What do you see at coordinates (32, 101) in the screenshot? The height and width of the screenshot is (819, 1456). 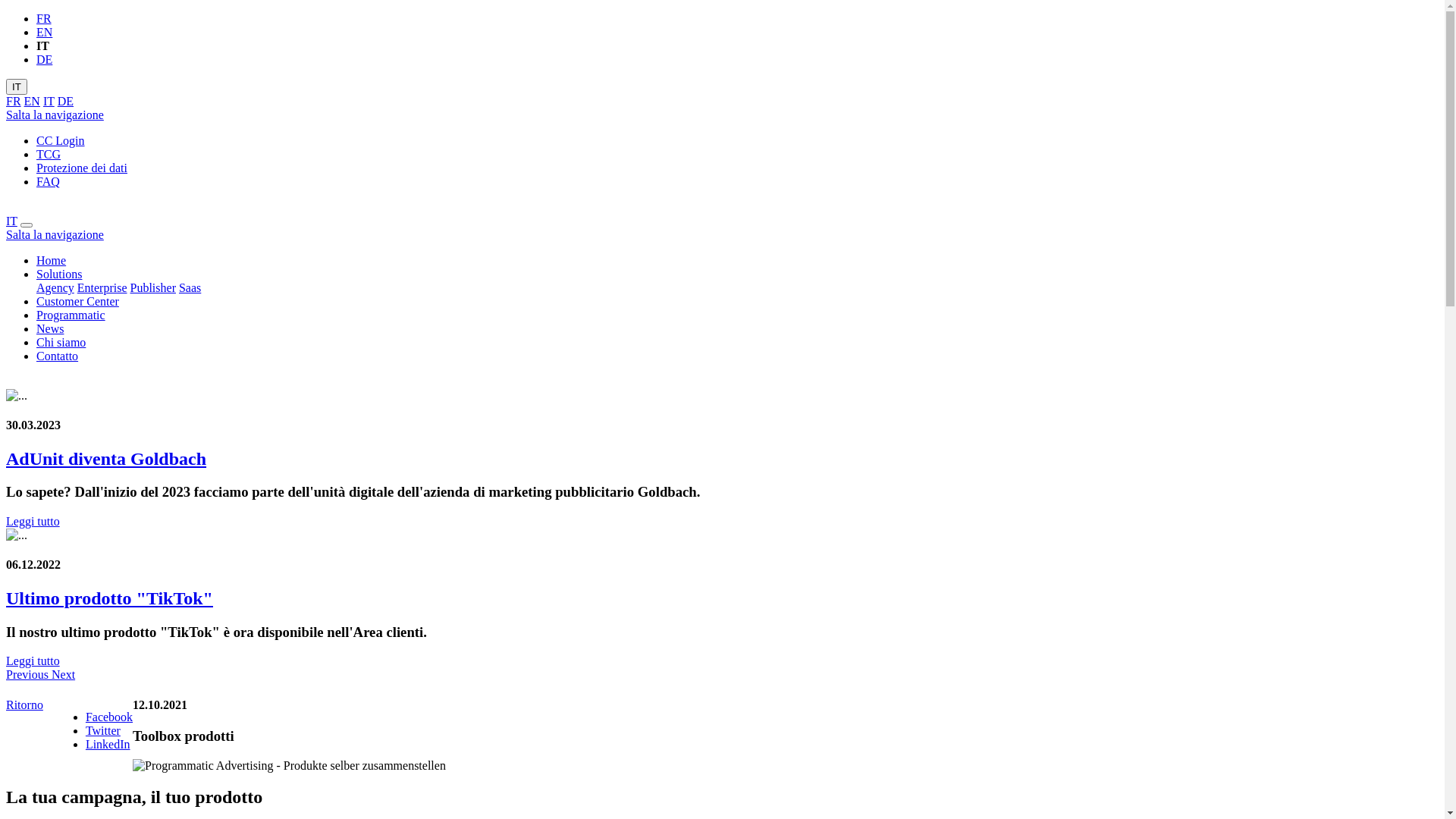 I see `'EN'` at bounding box center [32, 101].